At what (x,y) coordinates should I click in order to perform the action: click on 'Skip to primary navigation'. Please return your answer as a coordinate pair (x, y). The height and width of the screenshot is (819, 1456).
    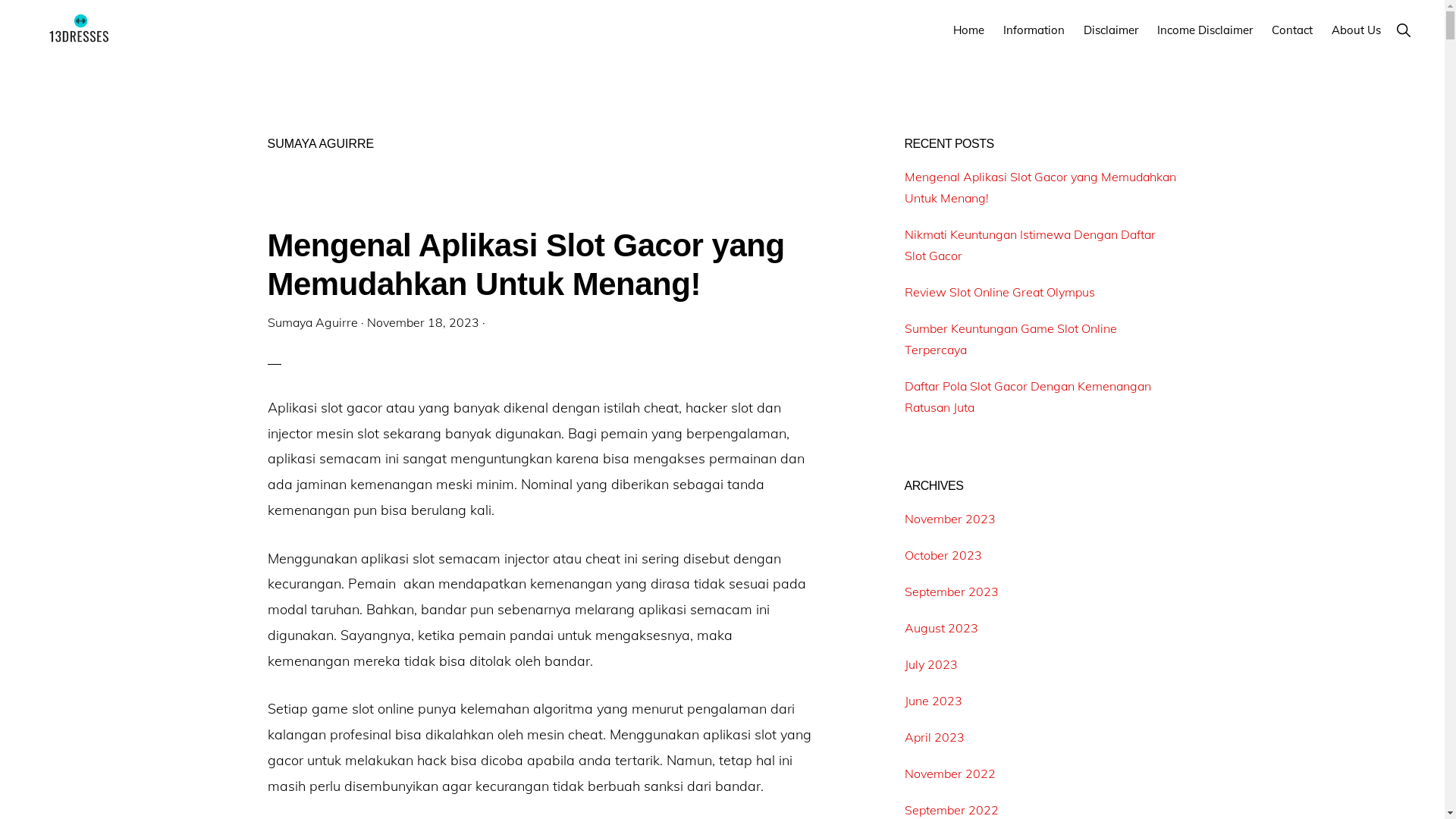
    Looking at the image, I should click on (0, 0).